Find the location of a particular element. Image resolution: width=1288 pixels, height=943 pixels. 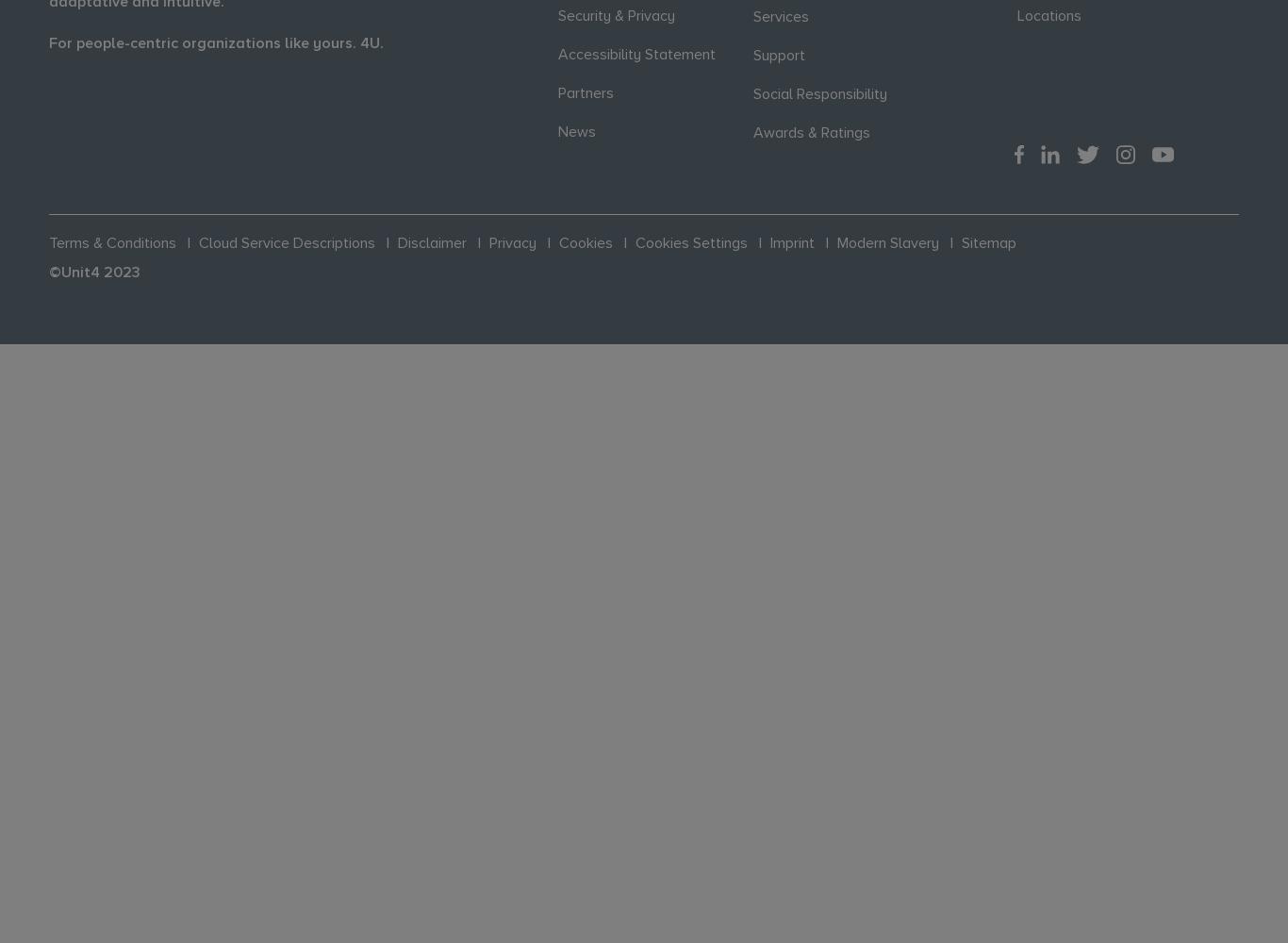

'©Unit4 2023' is located at coordinates (94, 272).